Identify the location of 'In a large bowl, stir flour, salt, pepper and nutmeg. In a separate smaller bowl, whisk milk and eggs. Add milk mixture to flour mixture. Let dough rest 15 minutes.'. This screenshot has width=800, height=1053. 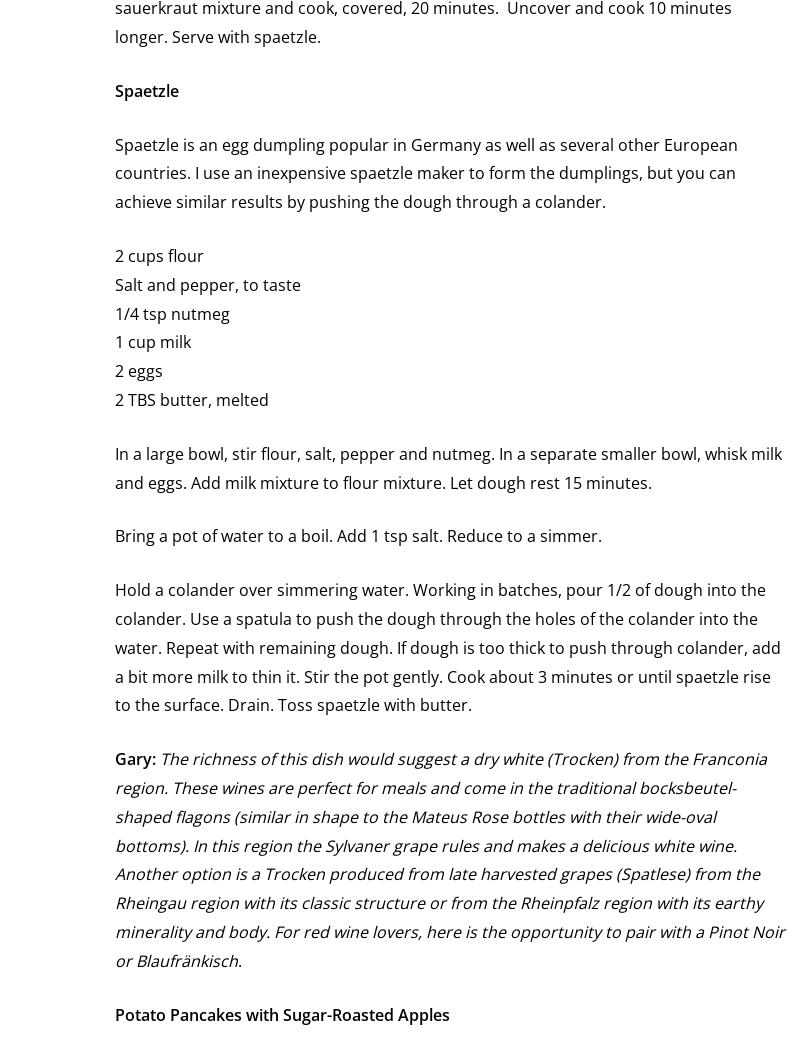
(447, 466).